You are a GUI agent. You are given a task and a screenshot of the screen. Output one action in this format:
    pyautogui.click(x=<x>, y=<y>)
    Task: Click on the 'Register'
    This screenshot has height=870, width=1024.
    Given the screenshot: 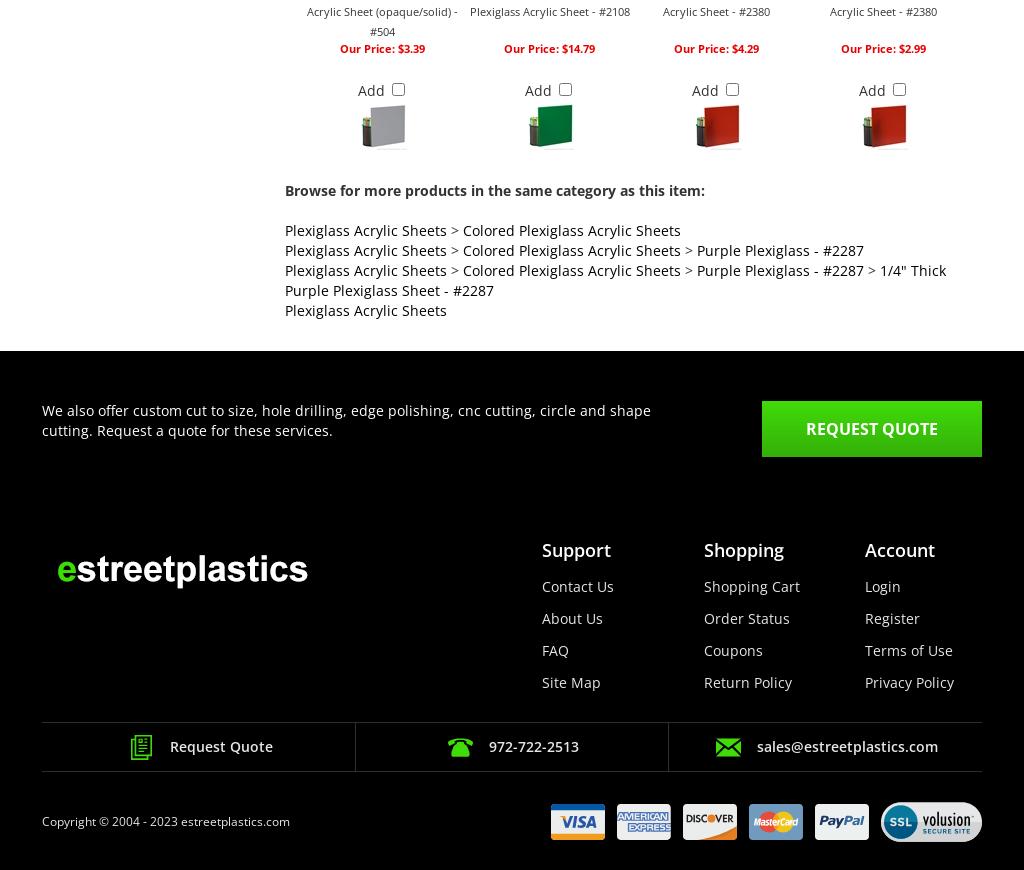 What is the action you would take?
    pyautogui.click(x=892, y=617)
    